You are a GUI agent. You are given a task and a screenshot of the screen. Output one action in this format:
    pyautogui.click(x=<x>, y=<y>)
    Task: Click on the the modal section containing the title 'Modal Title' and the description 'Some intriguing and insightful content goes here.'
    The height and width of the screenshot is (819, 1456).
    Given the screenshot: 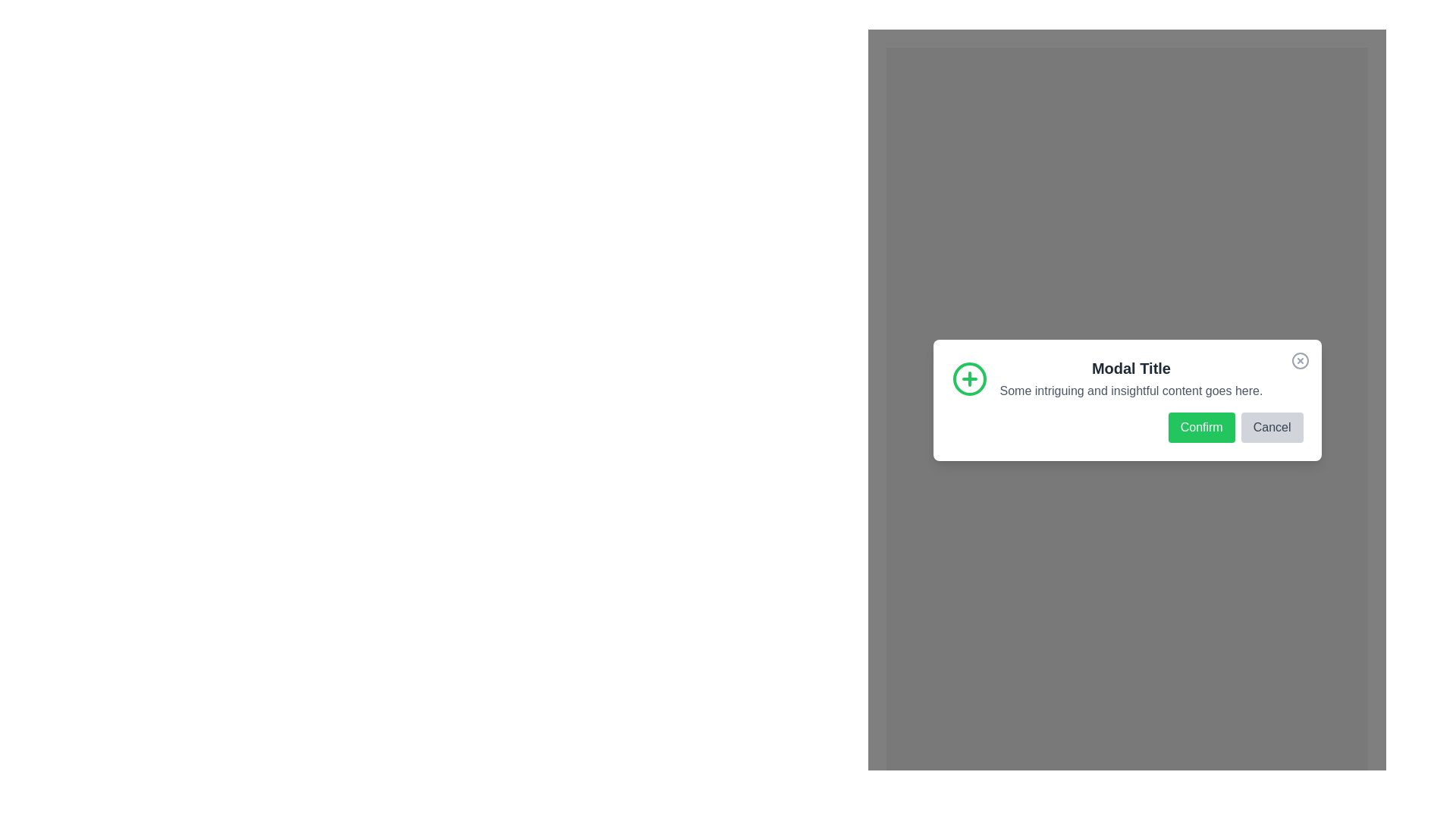 What is the action you would take?
    pyautogui.click(x=1127, y=378)
    